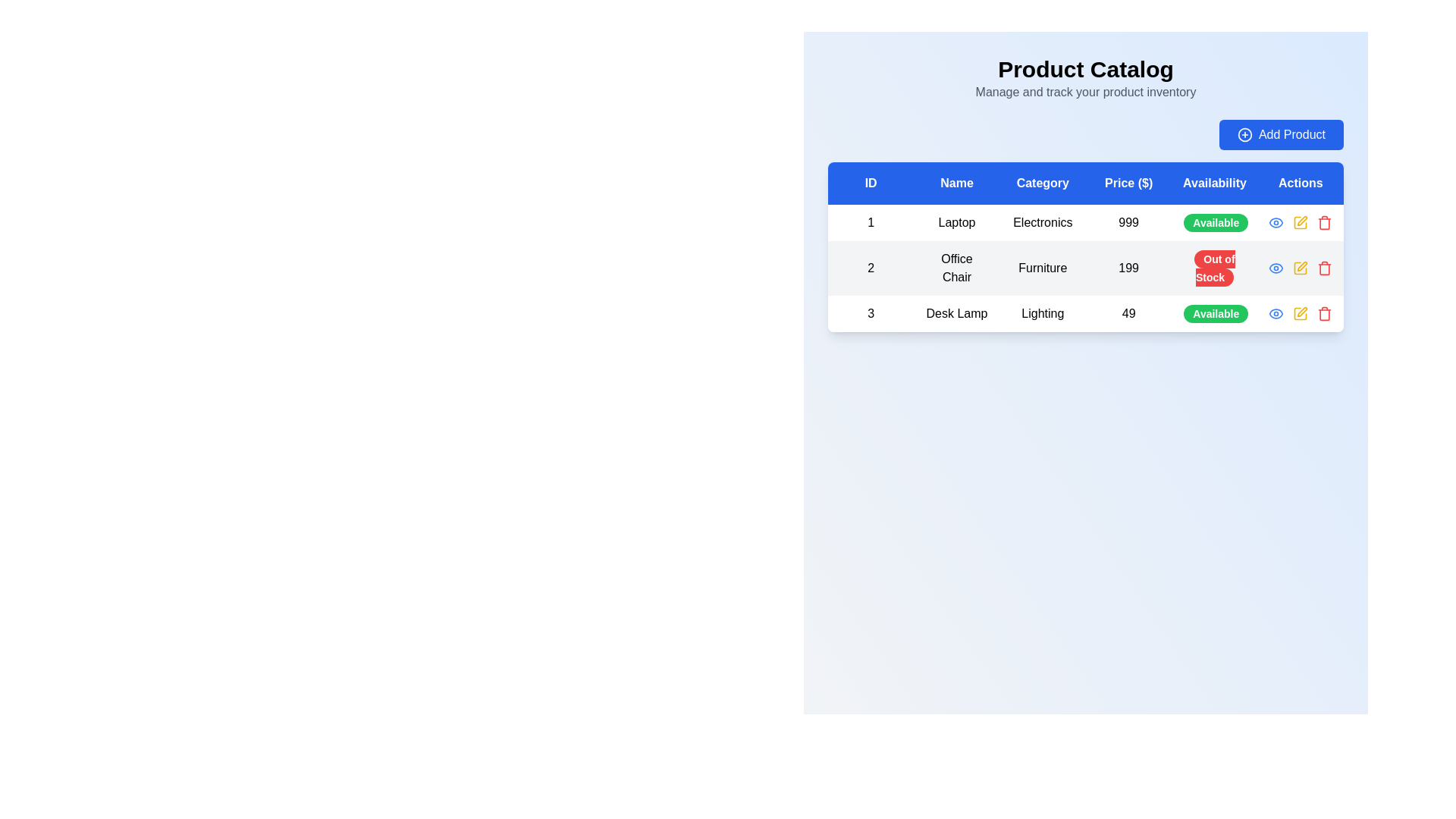 This screenshot has height=819, width=1456. I want to click on the yellow pen icon button located in the 'Actions' column of the first data row ('Laptop'), so click(1300, 222).